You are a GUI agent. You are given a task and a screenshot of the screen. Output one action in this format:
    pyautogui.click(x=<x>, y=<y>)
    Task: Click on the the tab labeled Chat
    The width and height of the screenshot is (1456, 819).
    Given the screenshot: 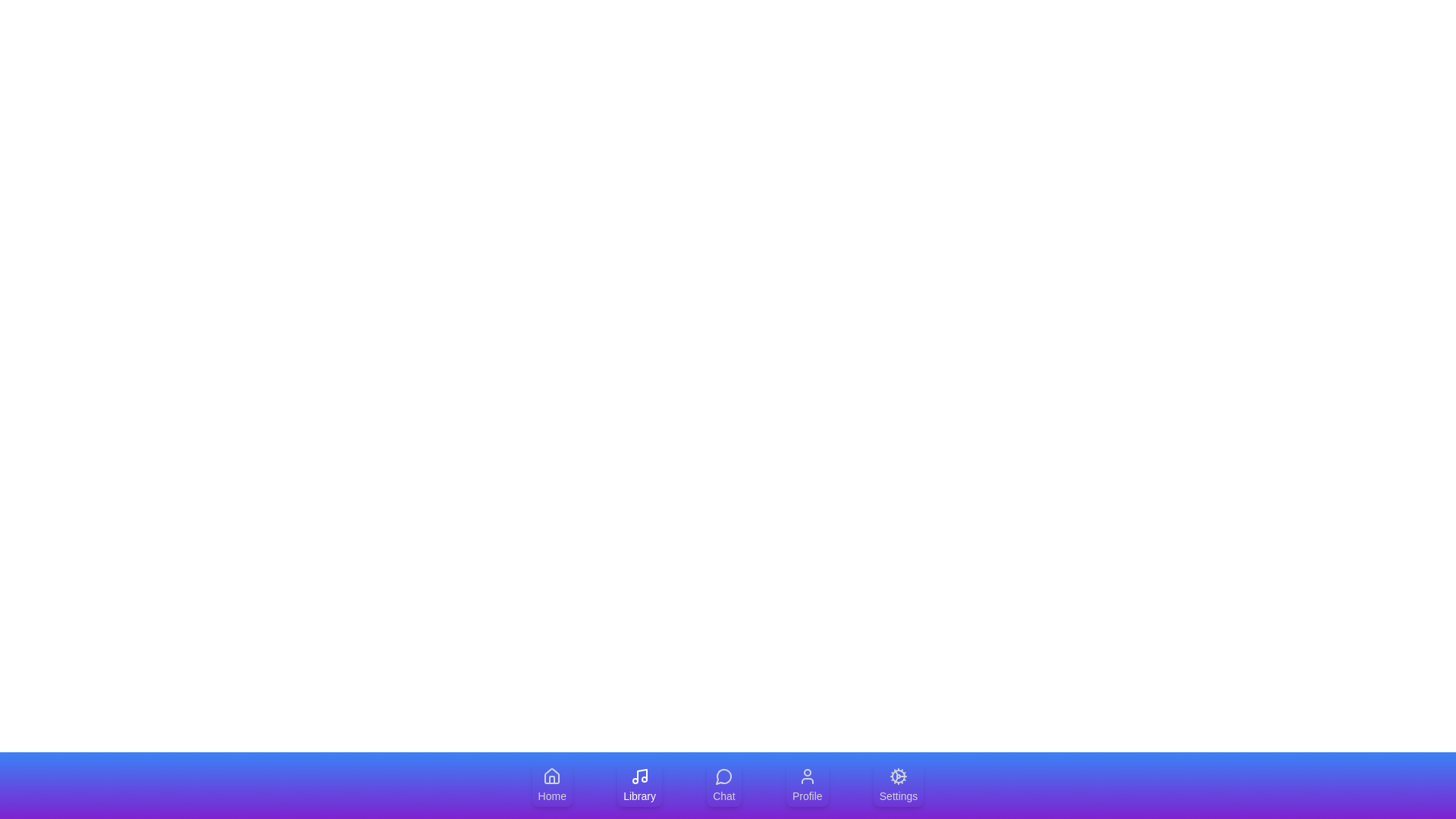 What is the action you would take?
    pyautogui.click(x=723, y=785)
    